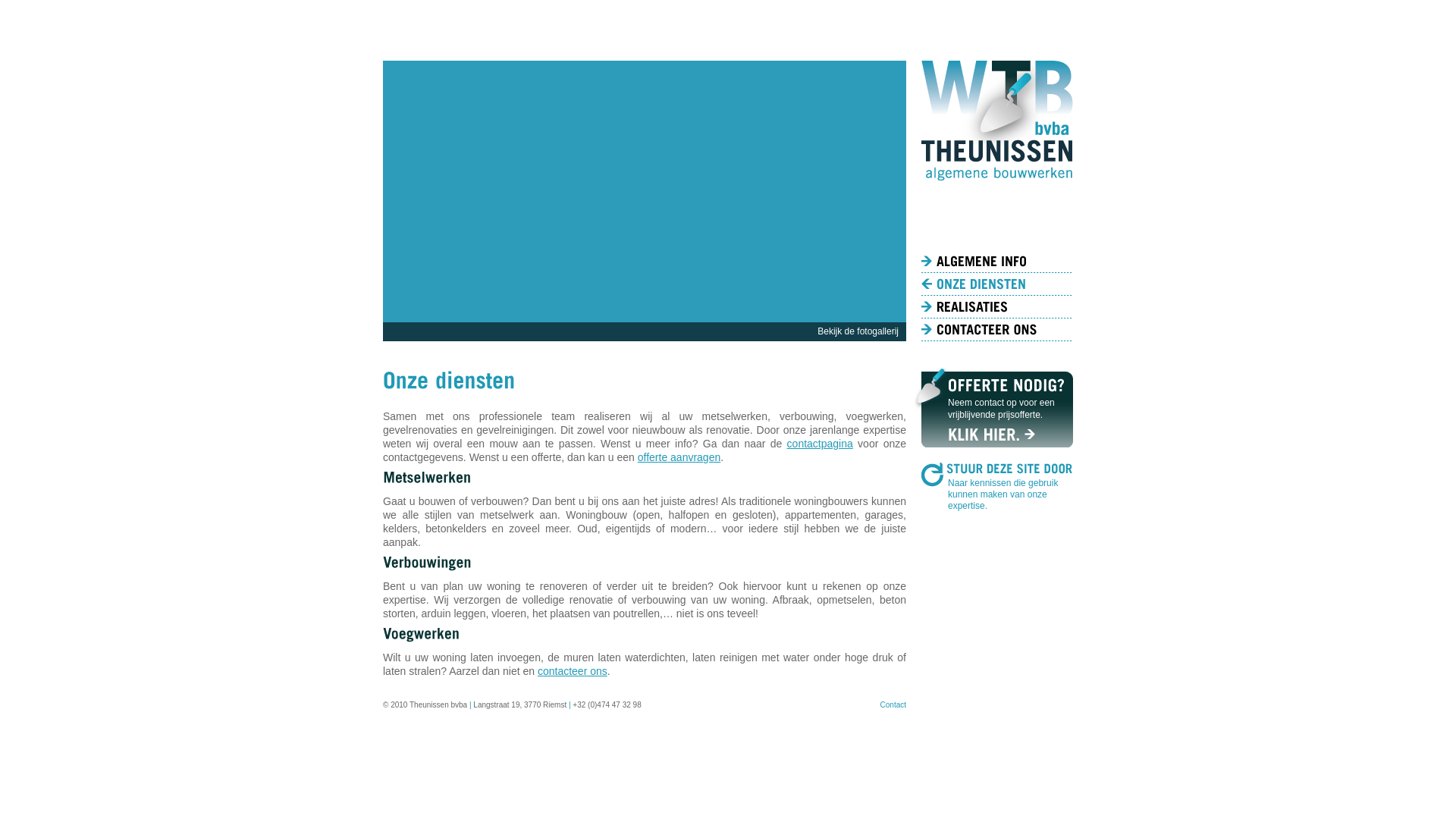 Image resolution: width=1456 pixels, height=819 pixels. Describe the element at coordinates (997, 284) in the screenshot. I see `'Onze diensten'` at that location.